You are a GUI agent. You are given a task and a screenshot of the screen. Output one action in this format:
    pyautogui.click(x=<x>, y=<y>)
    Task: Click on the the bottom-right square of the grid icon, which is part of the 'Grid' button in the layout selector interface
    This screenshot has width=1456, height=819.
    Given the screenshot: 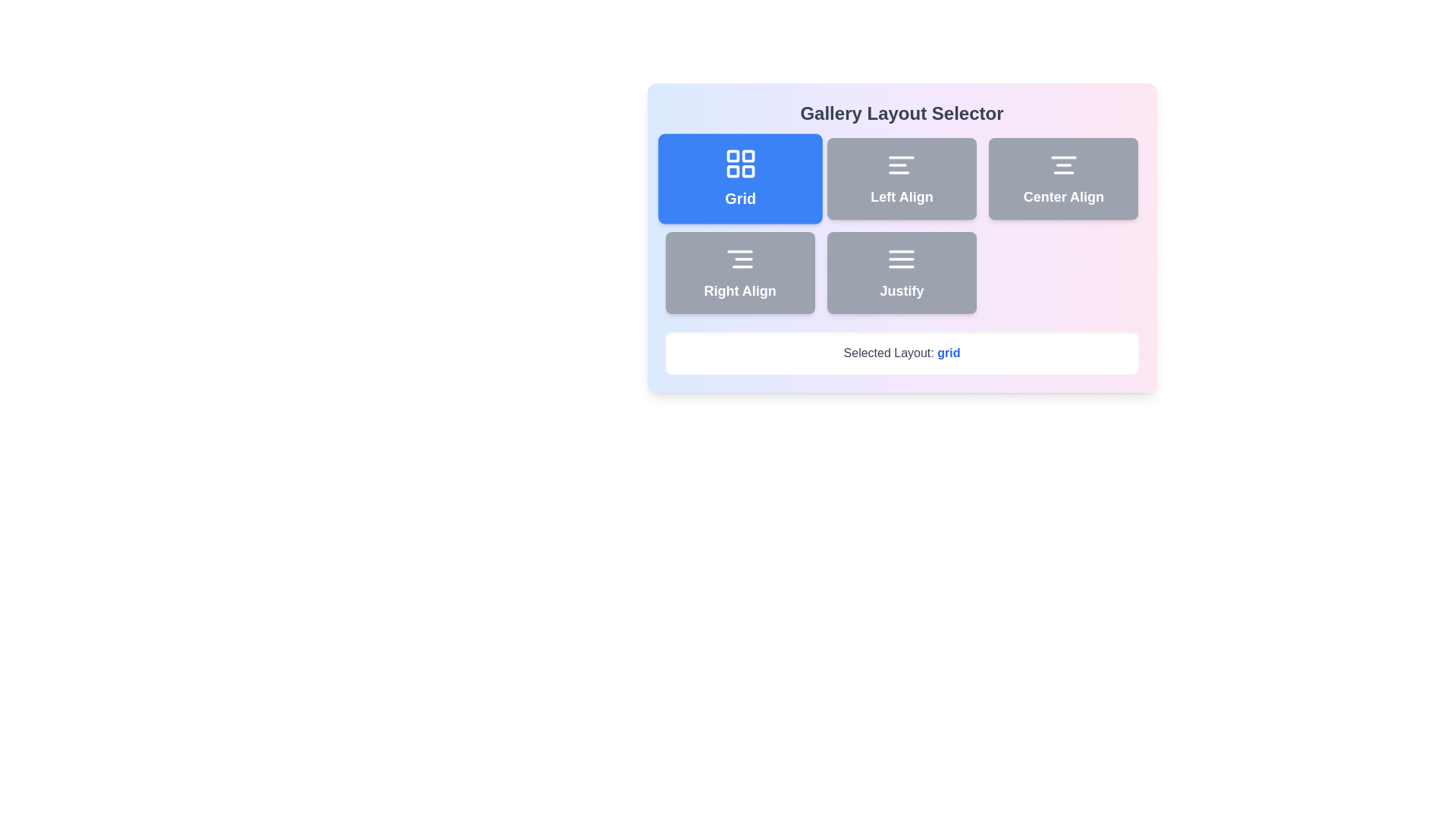 What is the action you would take?
    pyautogui.click(x=748, y=171)
    